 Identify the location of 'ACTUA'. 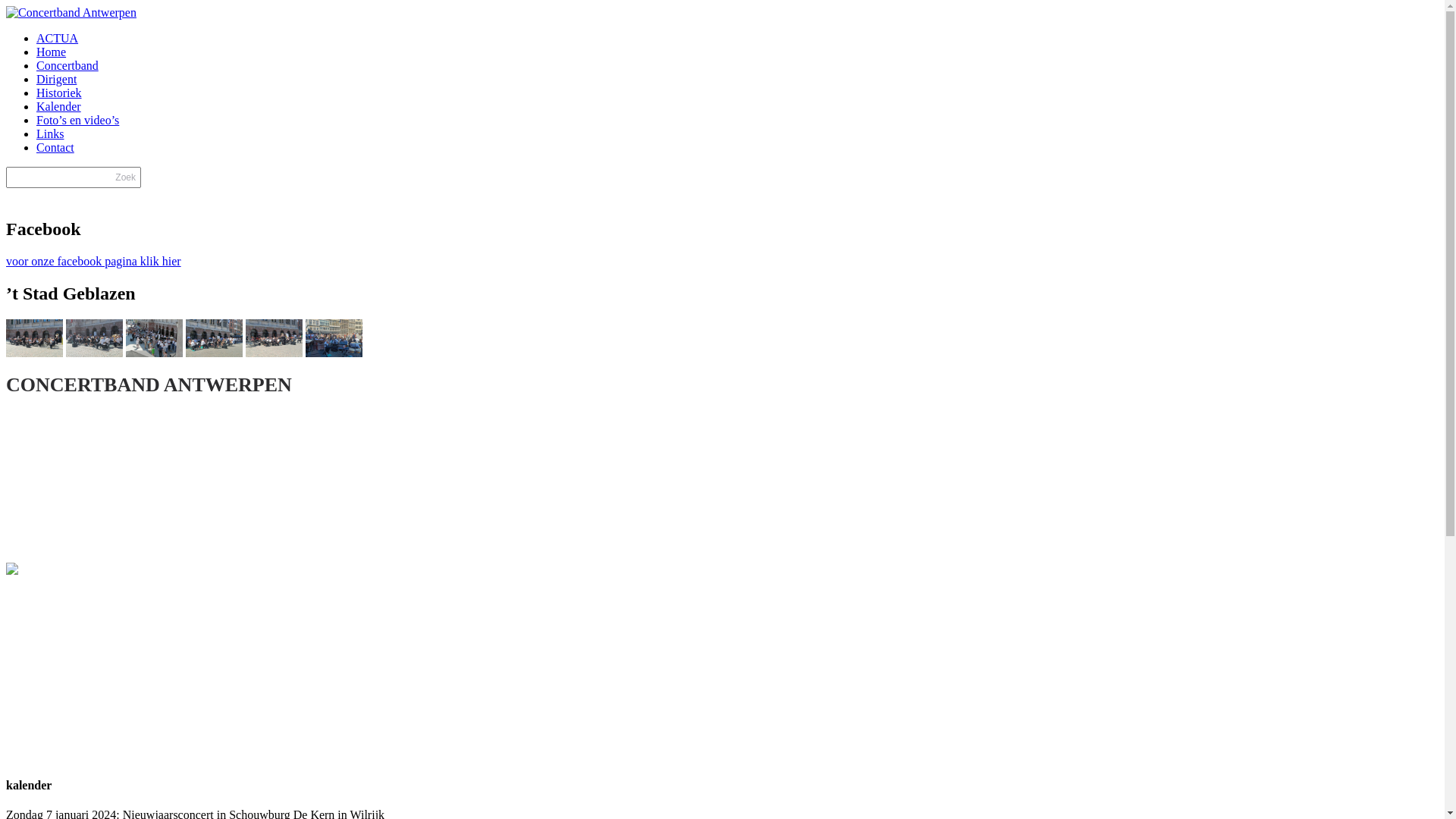
(57, 37).